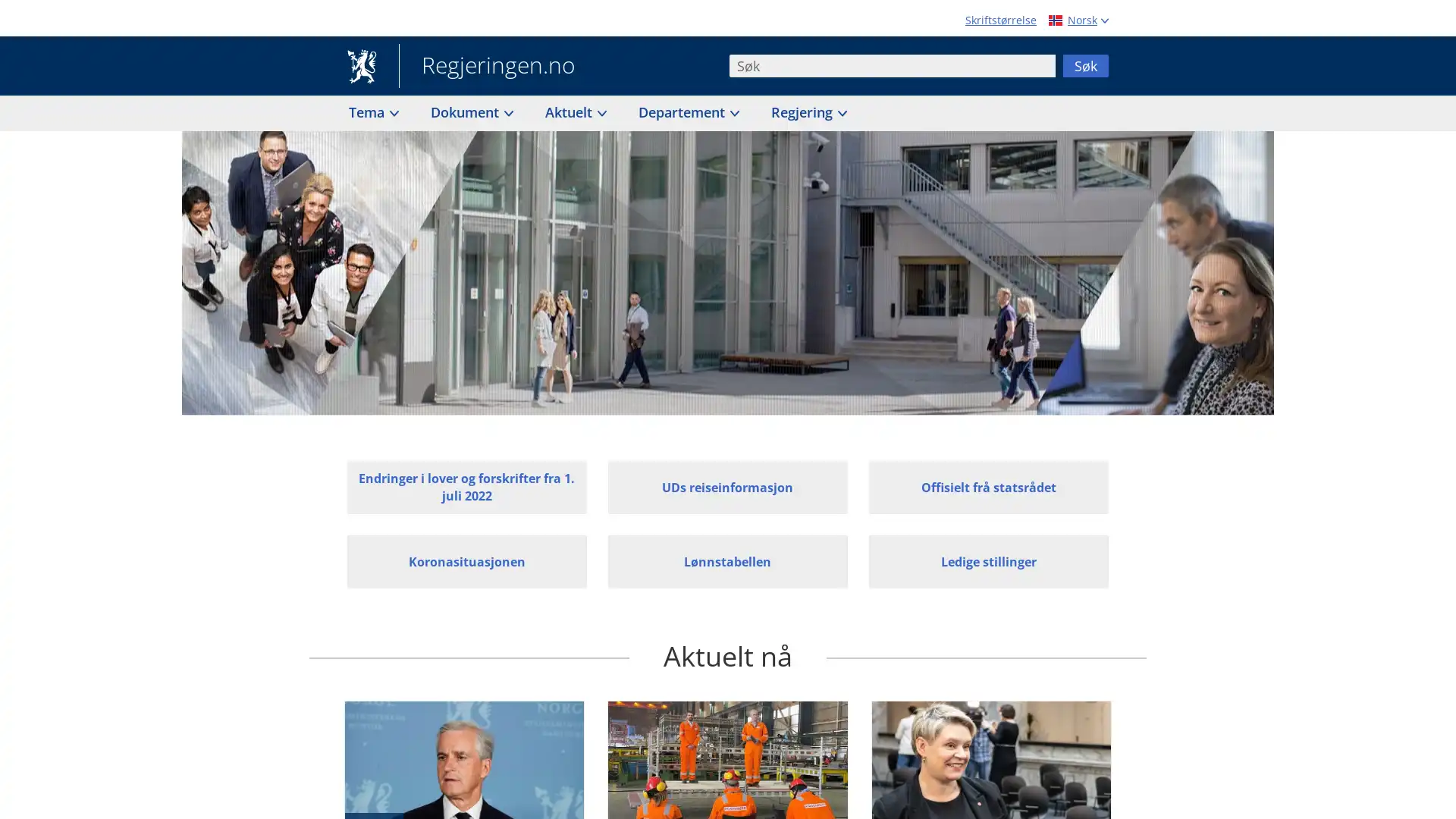  Describe the element at coordinates (1084, 64) in the screenshot. I see `Sk` at that location.